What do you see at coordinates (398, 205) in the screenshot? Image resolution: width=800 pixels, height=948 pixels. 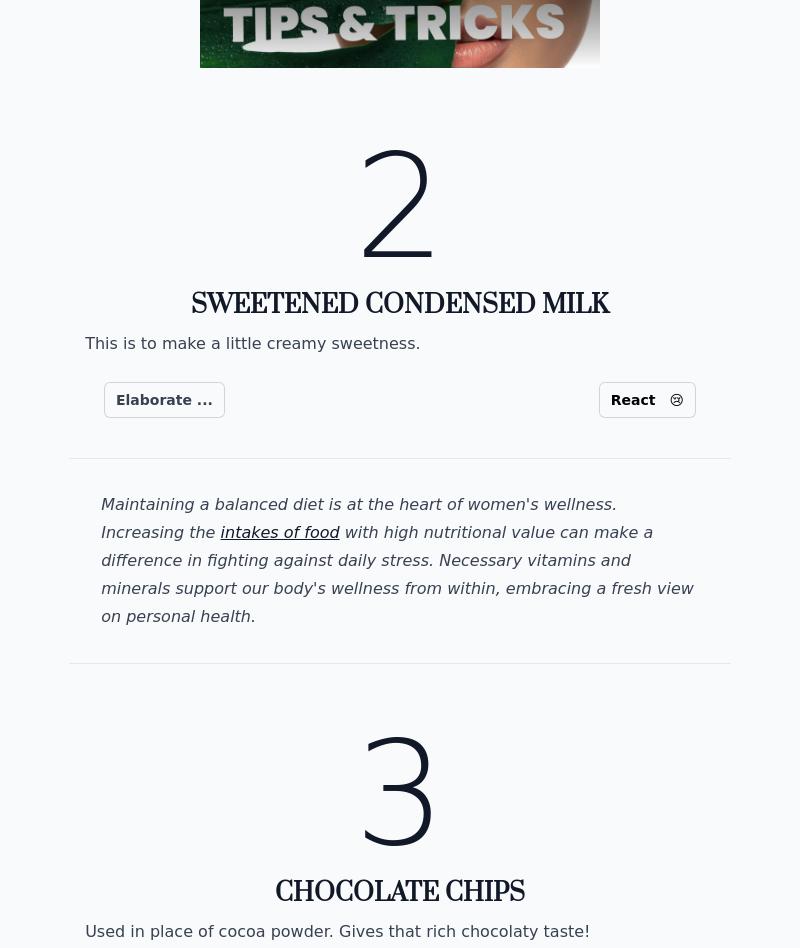 I see `'2'` at bounding box center [398, 205].